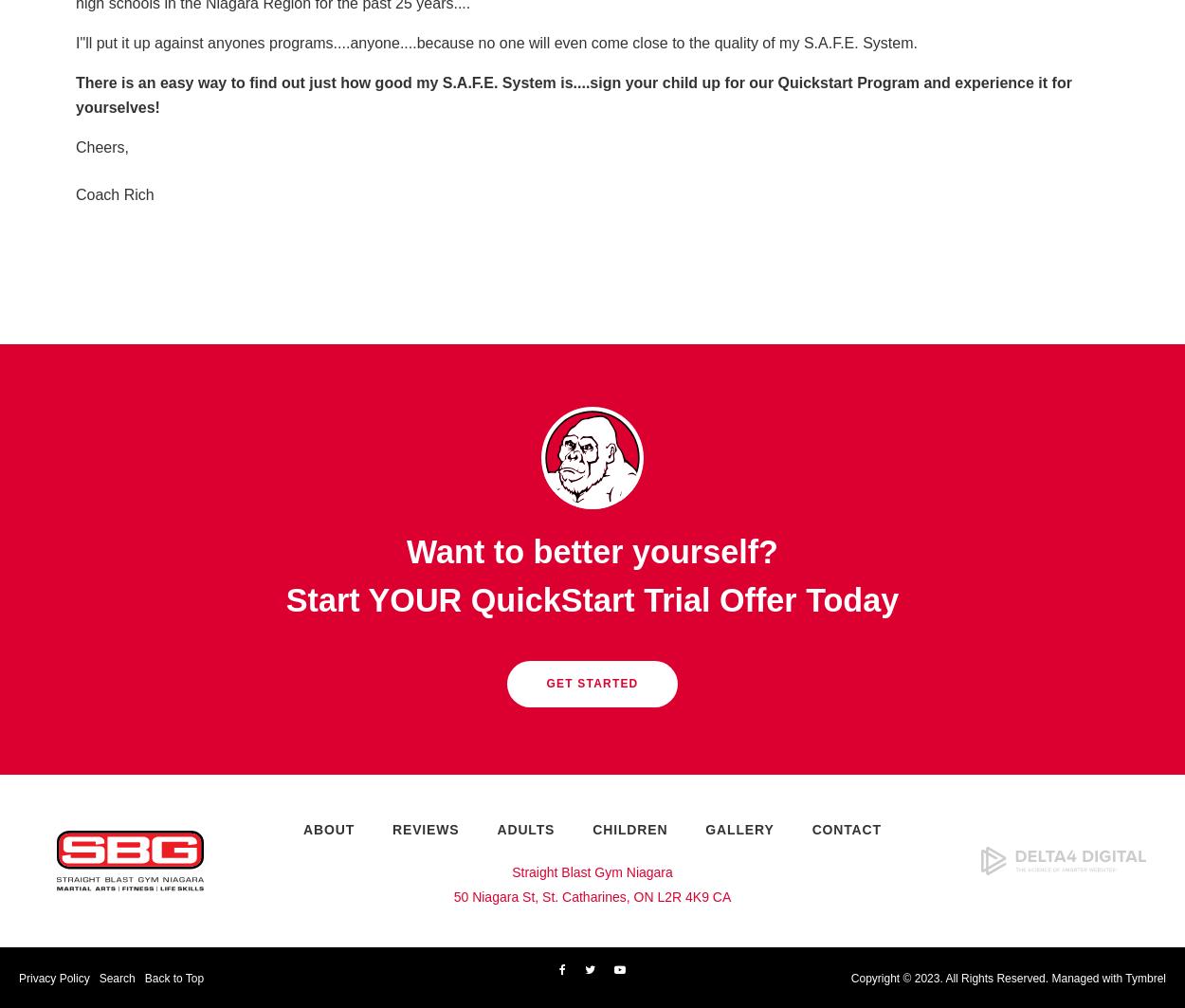 This screenshot has width=1185, height=1008. Describe the element at coordinates (573, 95) in the screenshot. I see `'There is an easy way to find out just how good my S.A.F.E. System is....sign your child up for our Quickstart Program and experience it for yourselves!'` at that location.